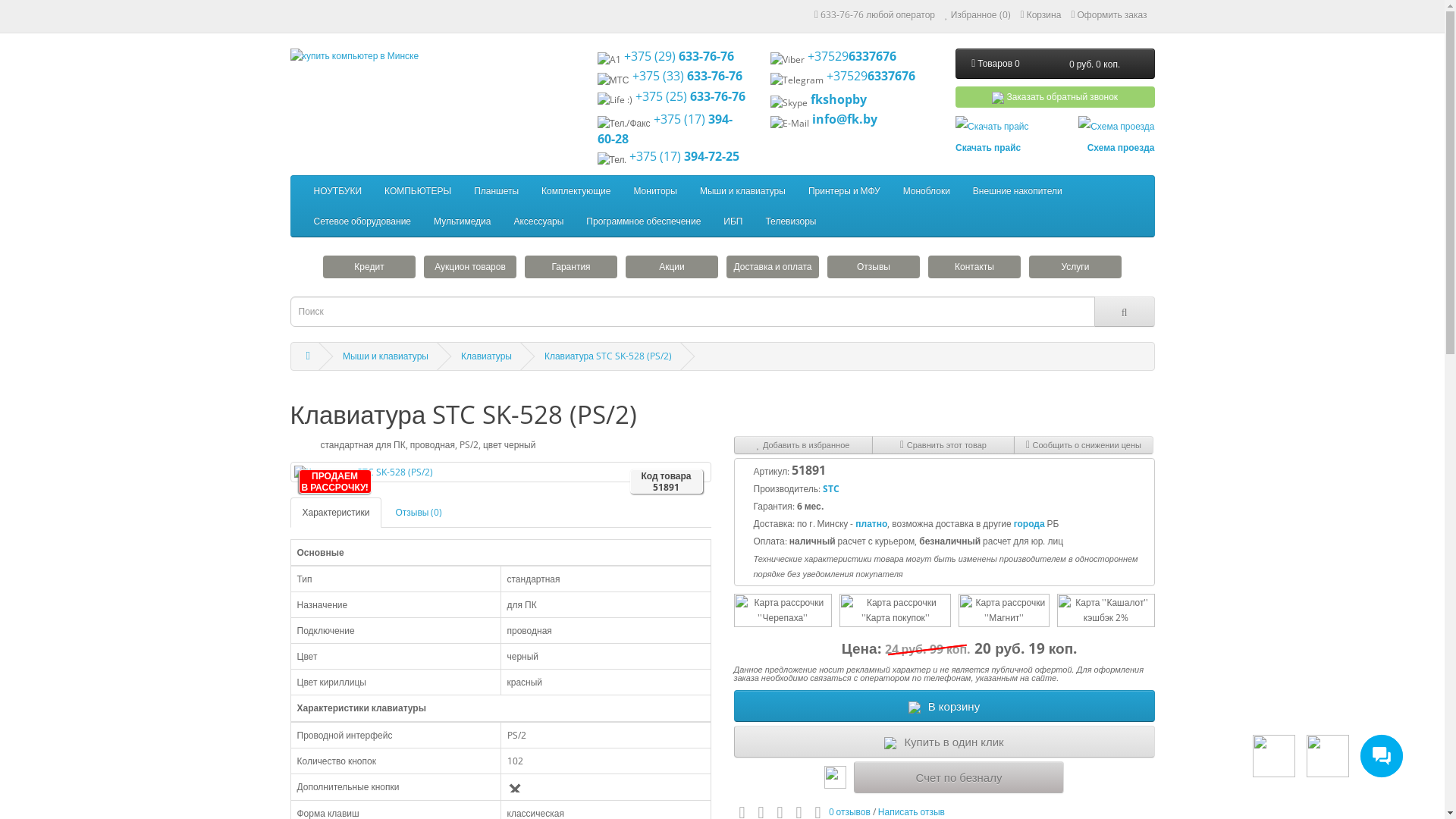 Image resolution: width=1456 pixels, height=819 pixels. What do you see at coordinates (871, 76) in the screenshot?
I see `'+375296337676'` at bounding box center [871, 76].